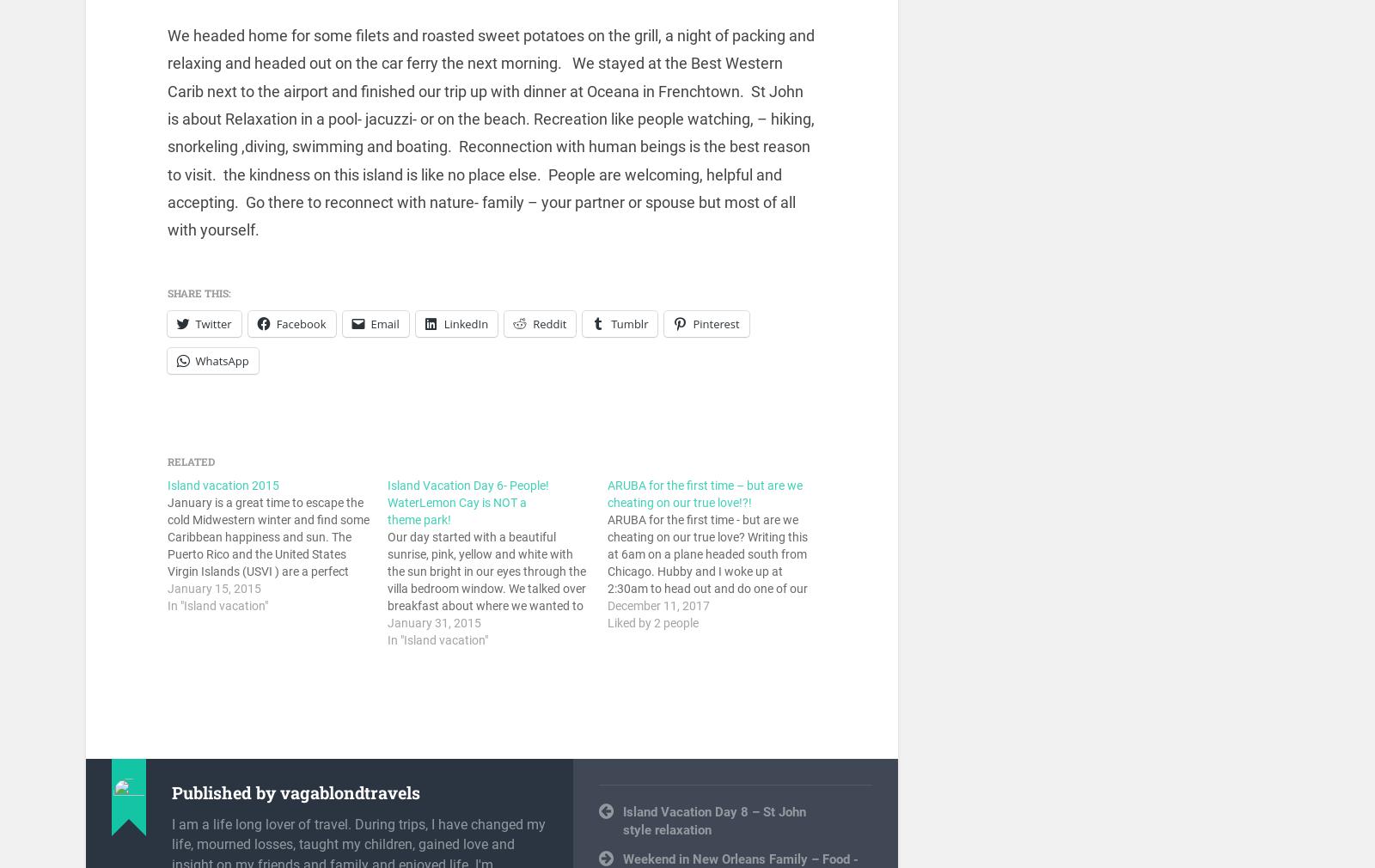 This screenshot has width=1375, height=868. I want to click on 'Email', so click(383, 323).